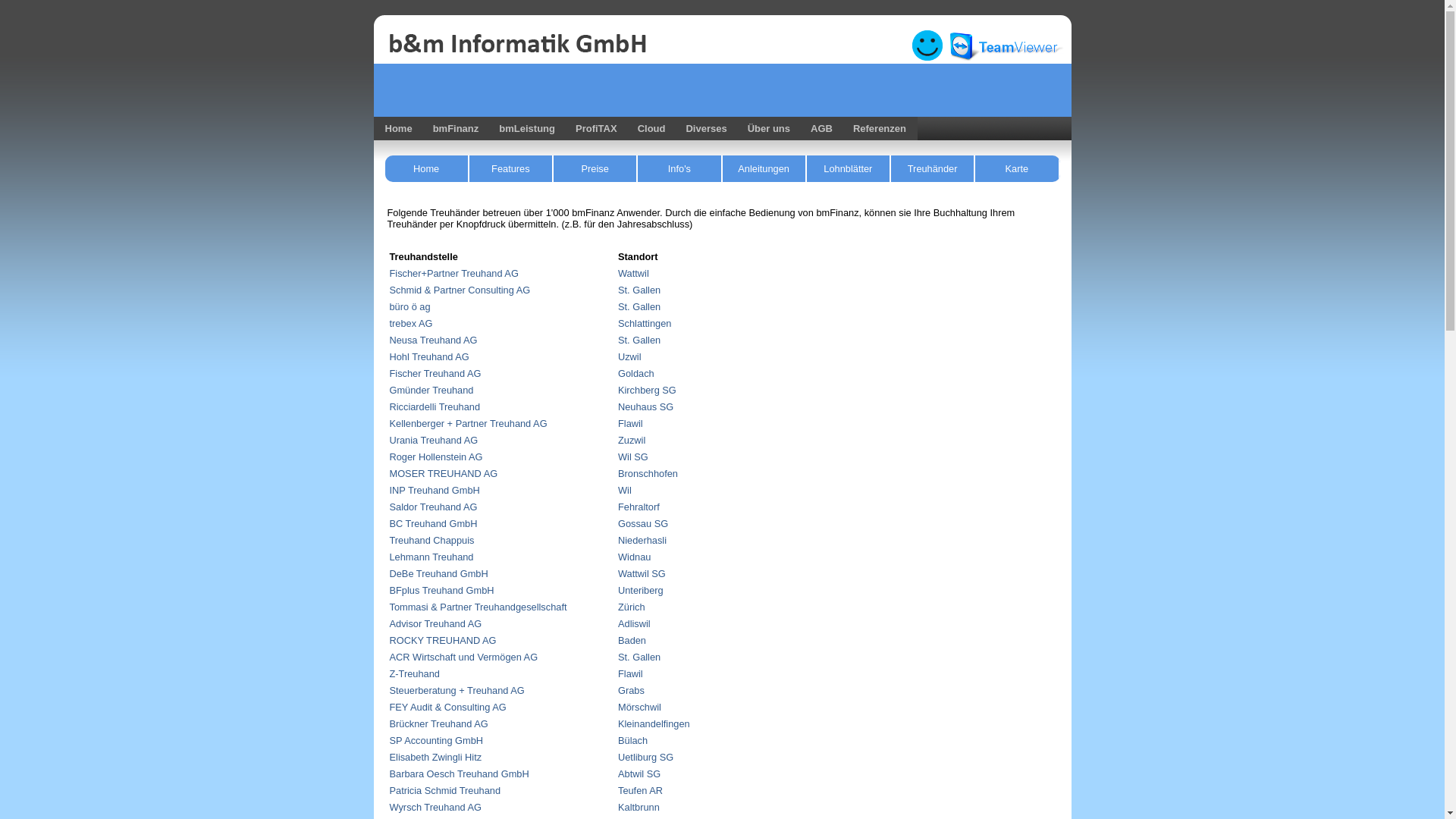 Image resolution: width=1456 pixels, height=819 pixels. What do you see at coordinates (975, 168) in the screenshot?
I see `'Karte'` at bounding box center [975, 168].